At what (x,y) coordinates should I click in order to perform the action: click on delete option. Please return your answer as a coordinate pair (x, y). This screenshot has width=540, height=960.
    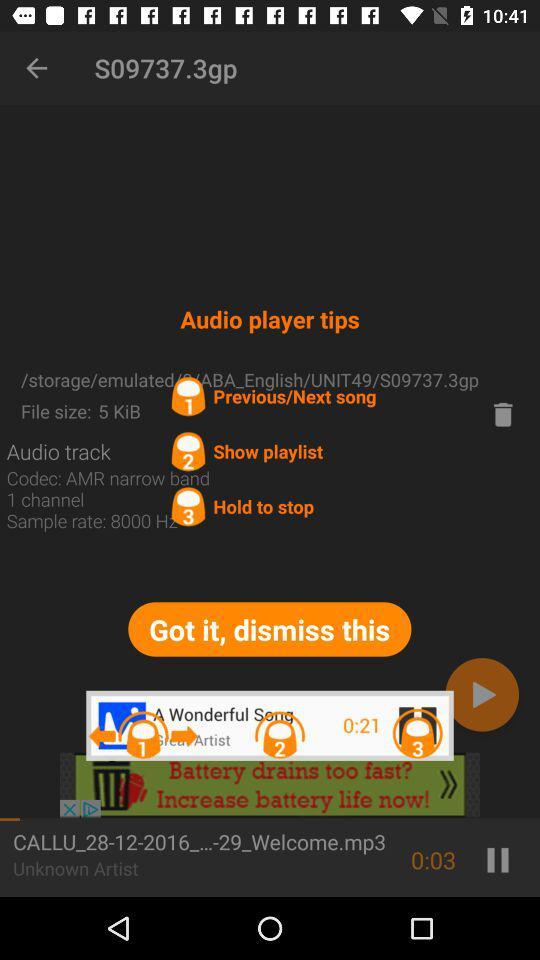
    Looking at the image, I should click on (502, 413).